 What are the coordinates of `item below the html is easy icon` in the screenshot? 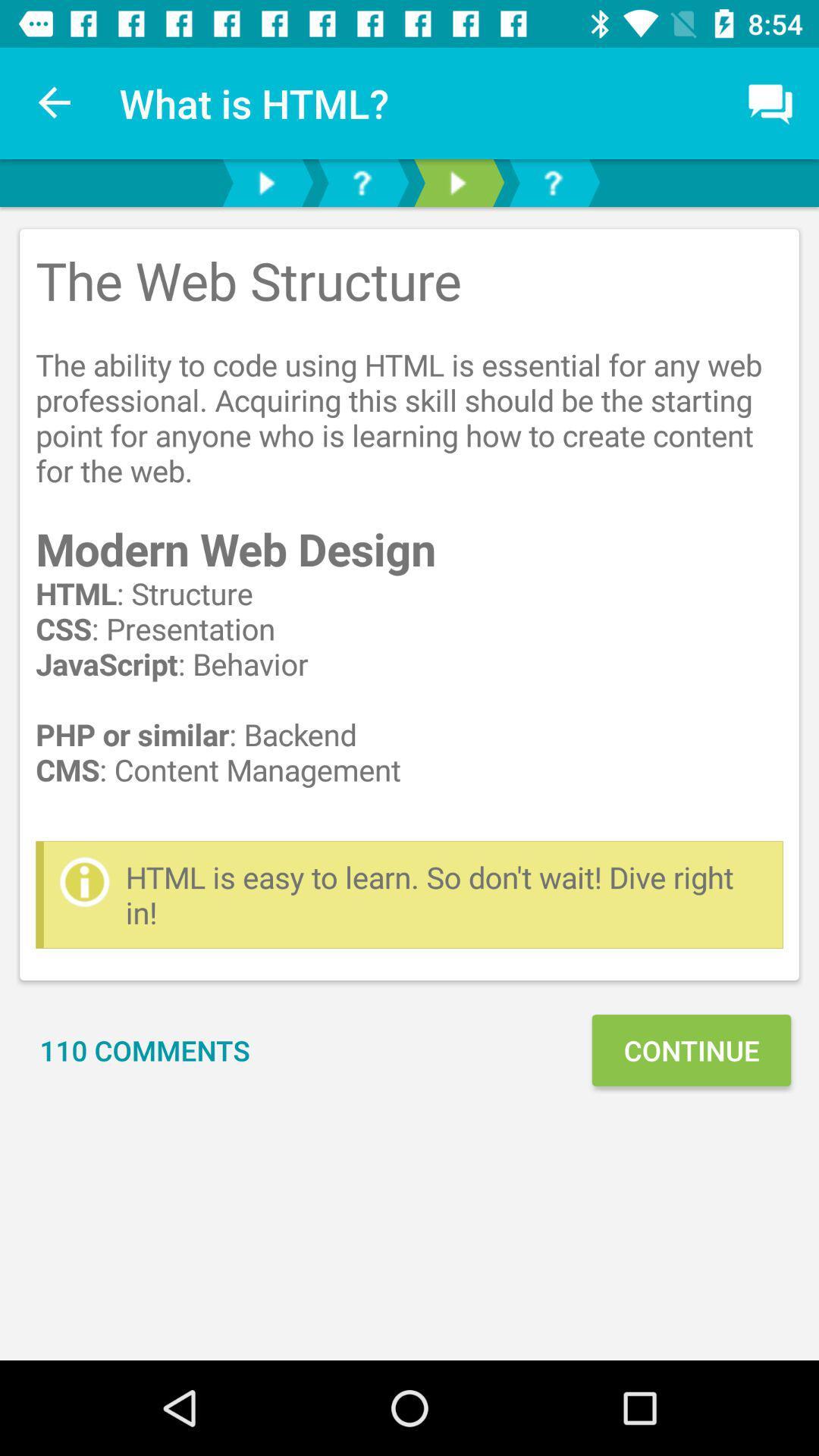 It's located at (691, 1050).